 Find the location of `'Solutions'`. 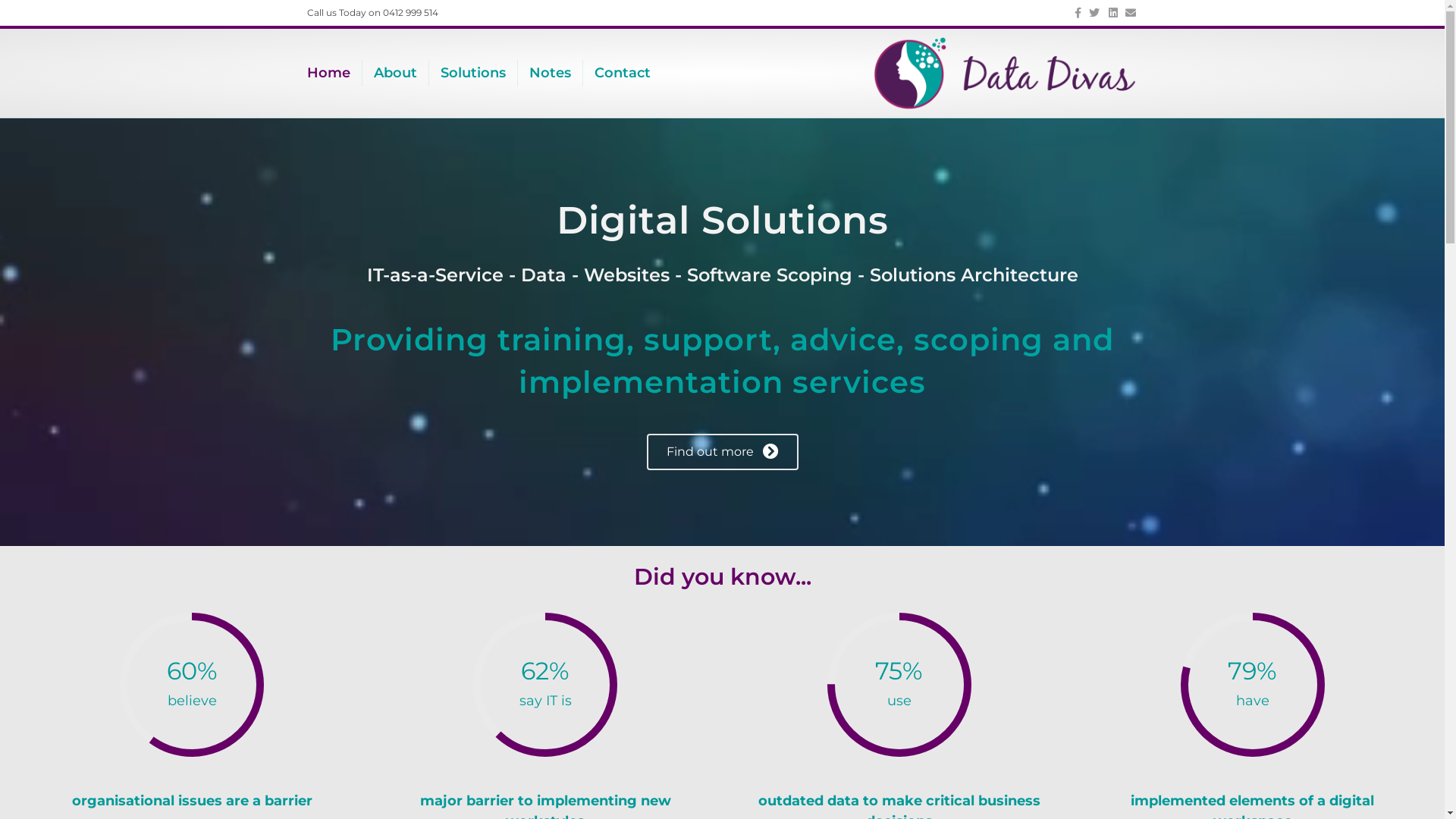

'Solutions' is located at coordinates (472, 73).